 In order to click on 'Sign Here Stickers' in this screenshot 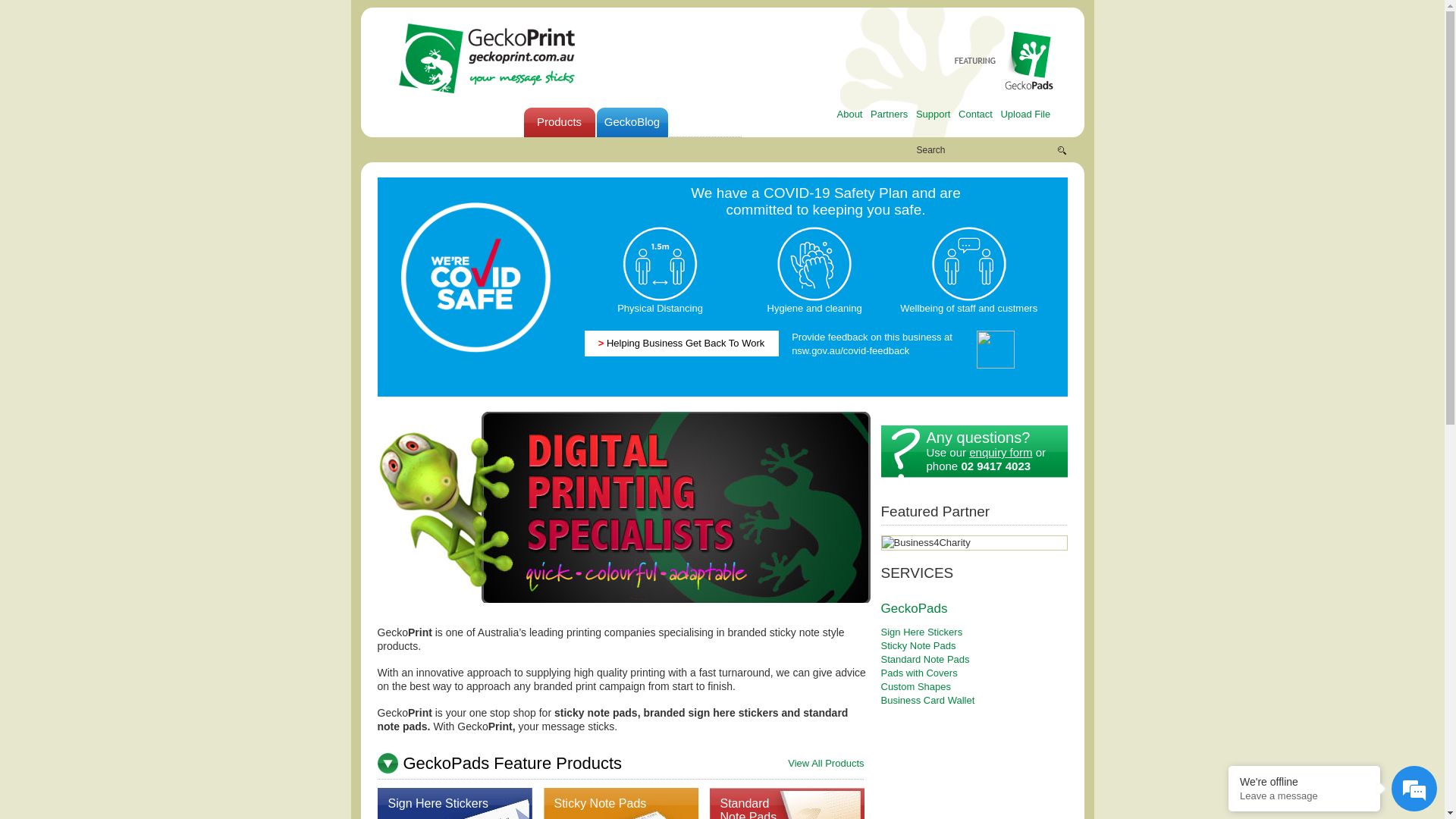, I will do `click(438, 802)`.